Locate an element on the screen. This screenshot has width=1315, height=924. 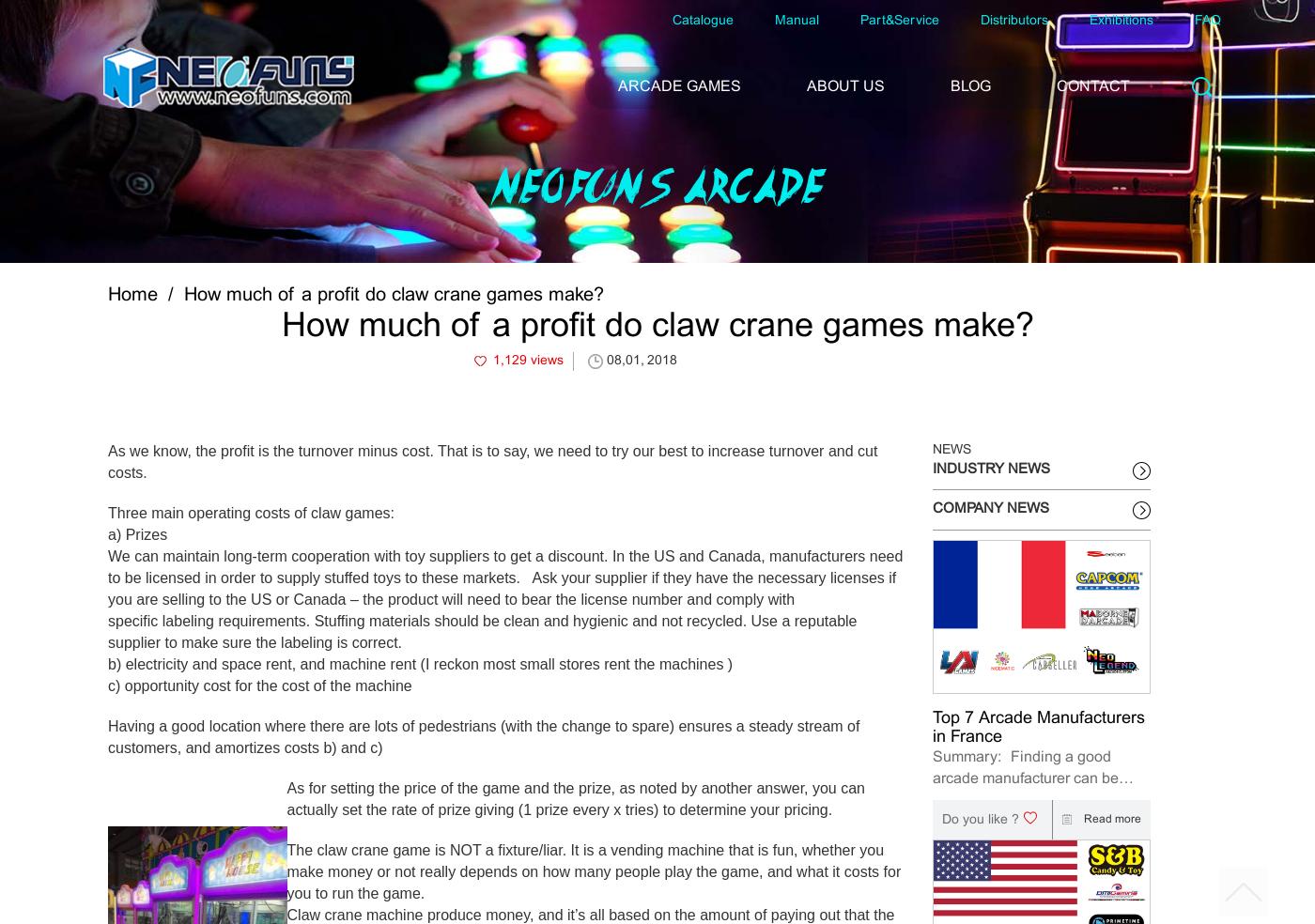
'BLOG' is located at coordinates (970, 85).